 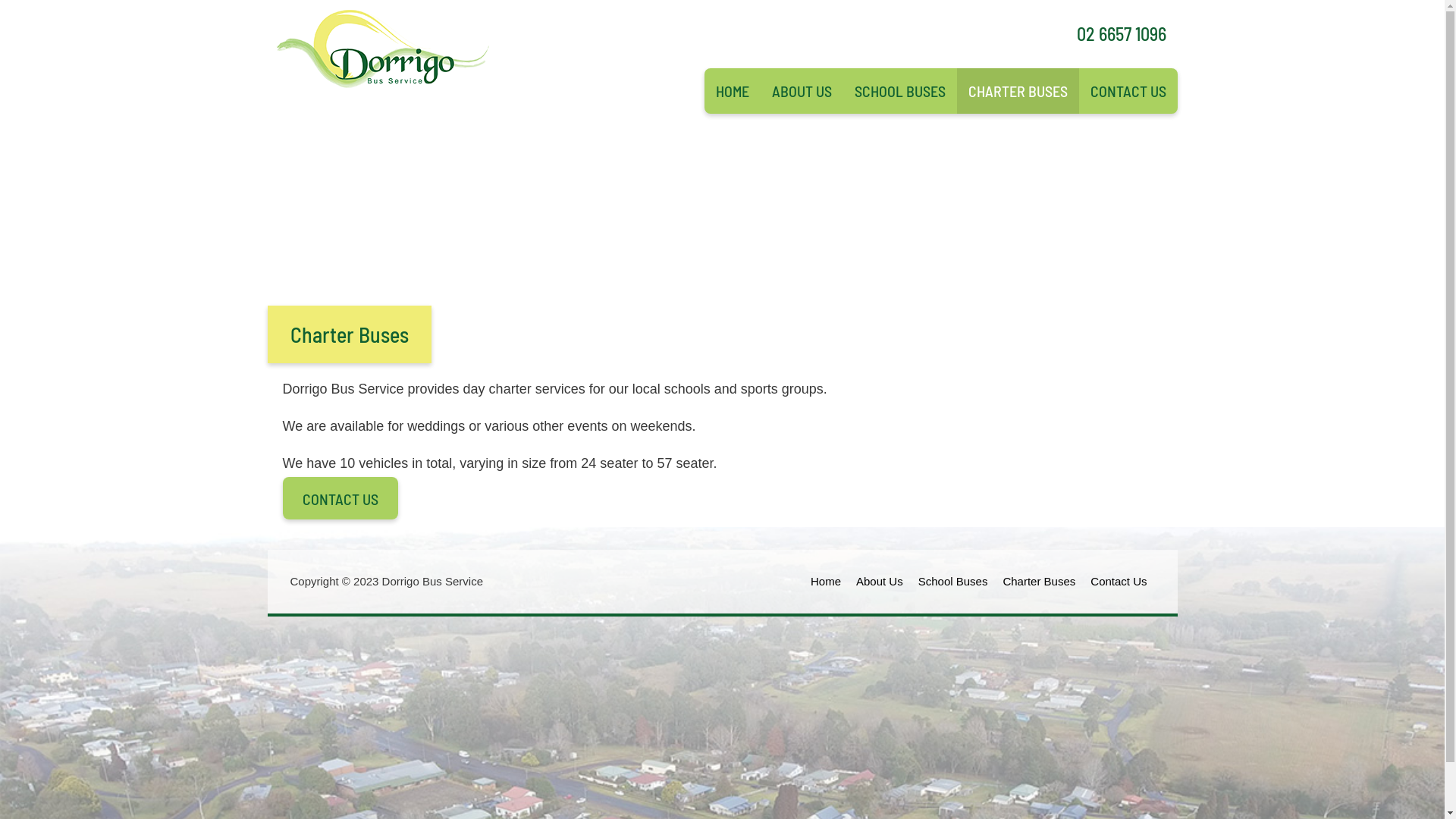 What do you see at coordinates (1121, 33) in the screenshot?
I see `'02 6657 1096'` at bounding box center [1121, 33].